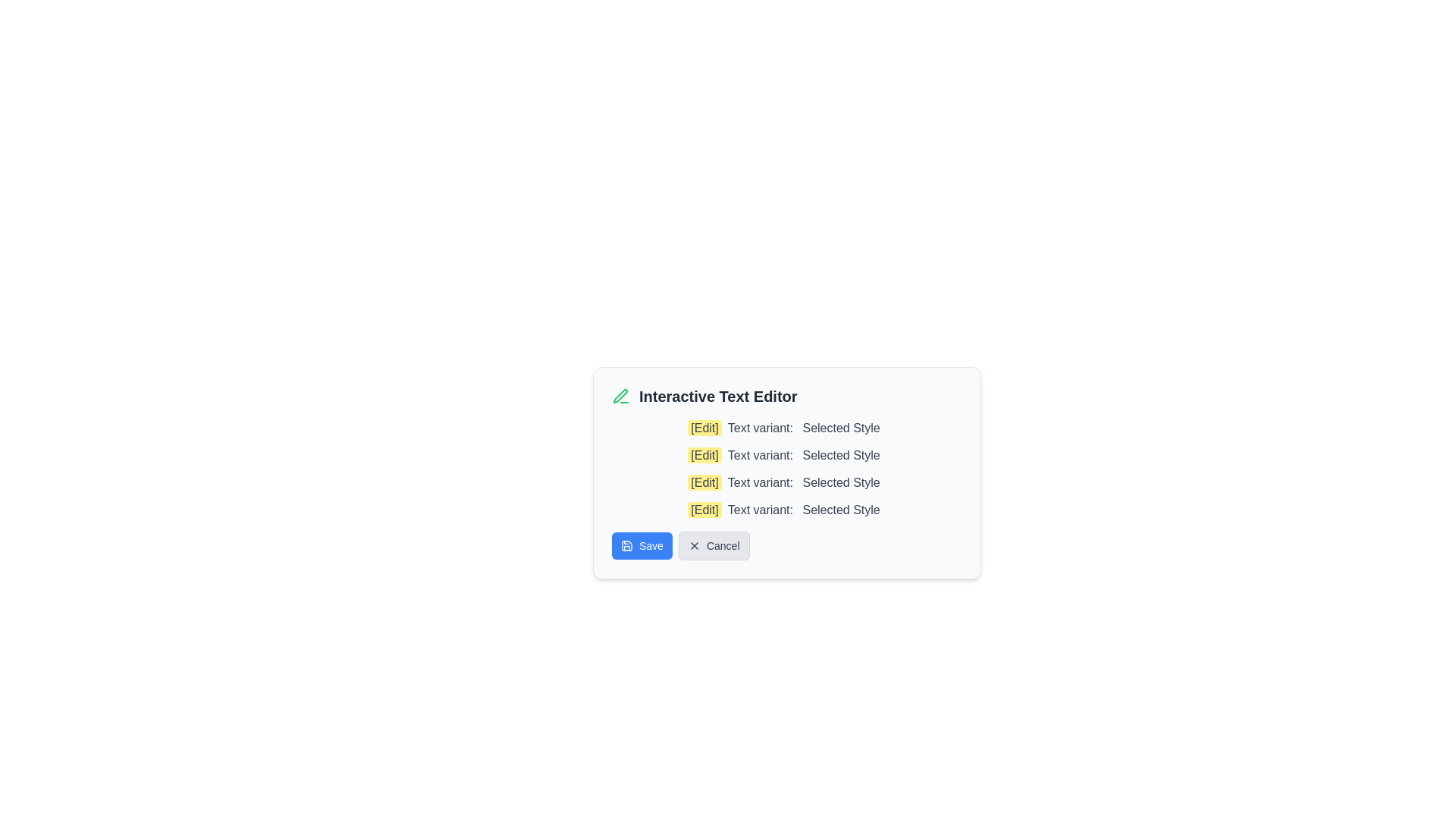  I want to click on the 'Save' icon located at the far left of the 'Save' button in the bottom-left corner of the modal dialog, so click(626, 546).